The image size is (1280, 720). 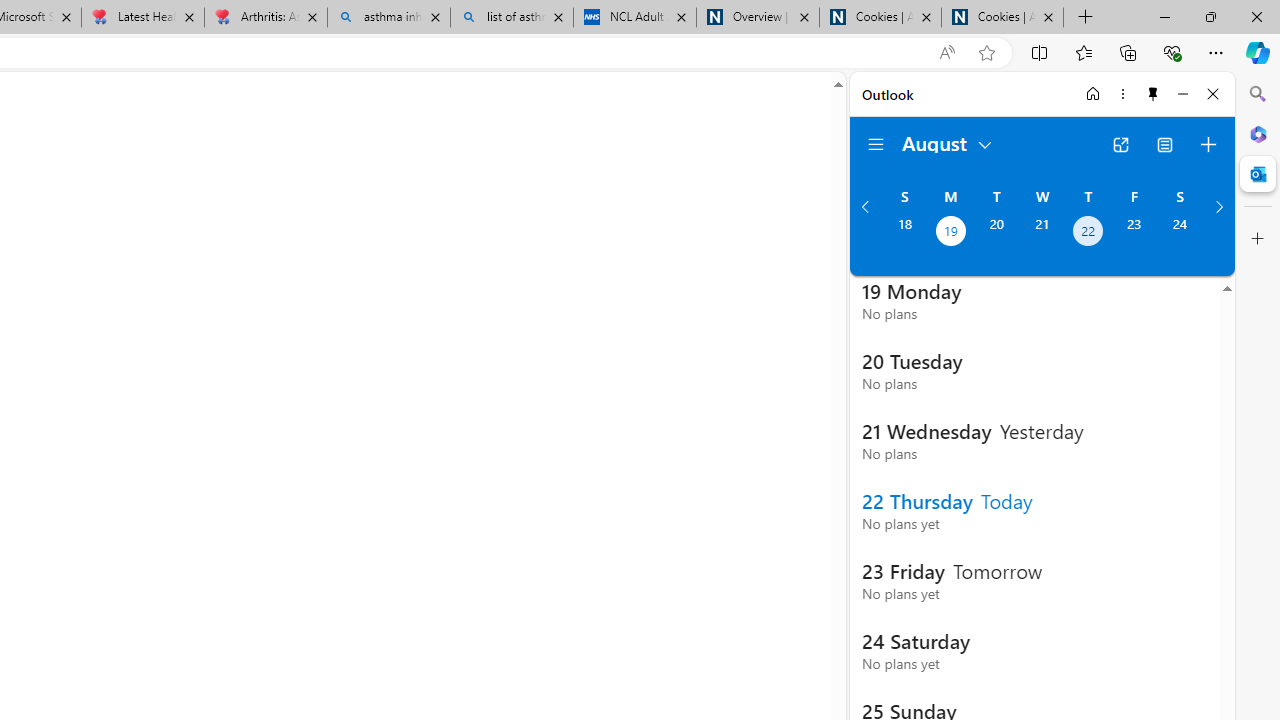 I want to click on 'Folder navigation', so click(x=876, y=144).